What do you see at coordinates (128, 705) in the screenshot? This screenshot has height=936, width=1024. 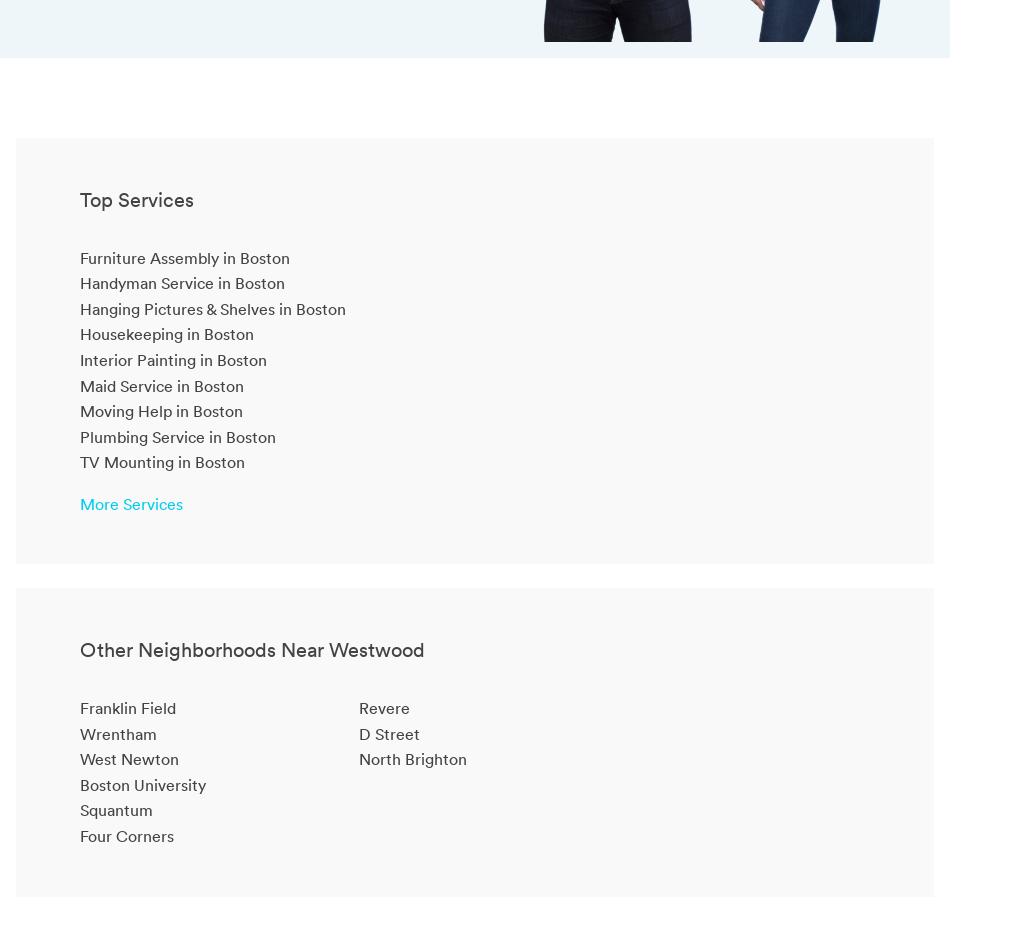 I see `'Franklin Field'` at bounding box center [128, 705].